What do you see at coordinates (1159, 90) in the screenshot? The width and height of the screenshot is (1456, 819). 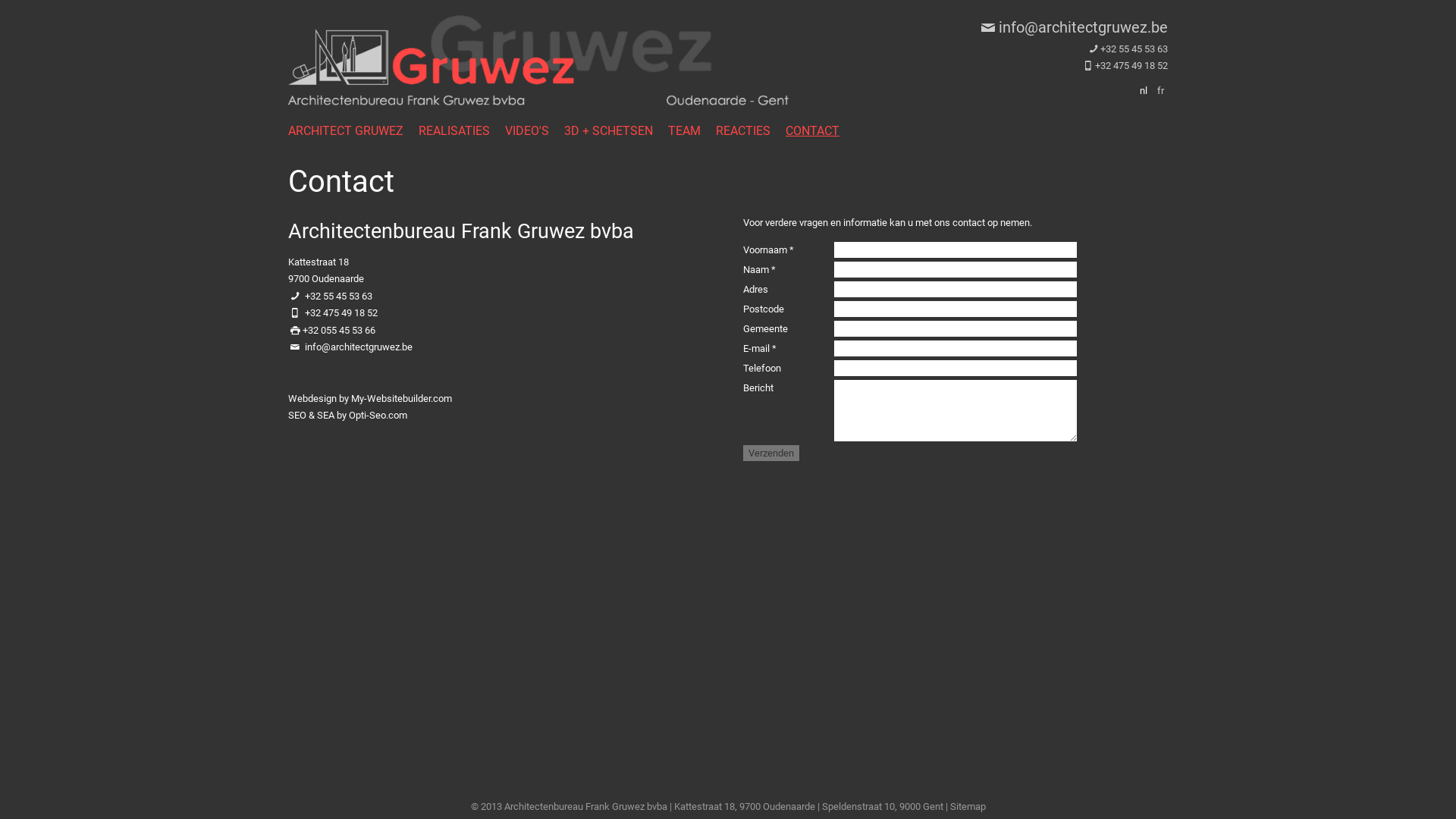 I see `'fr'` at bounding box center [1159, 90].